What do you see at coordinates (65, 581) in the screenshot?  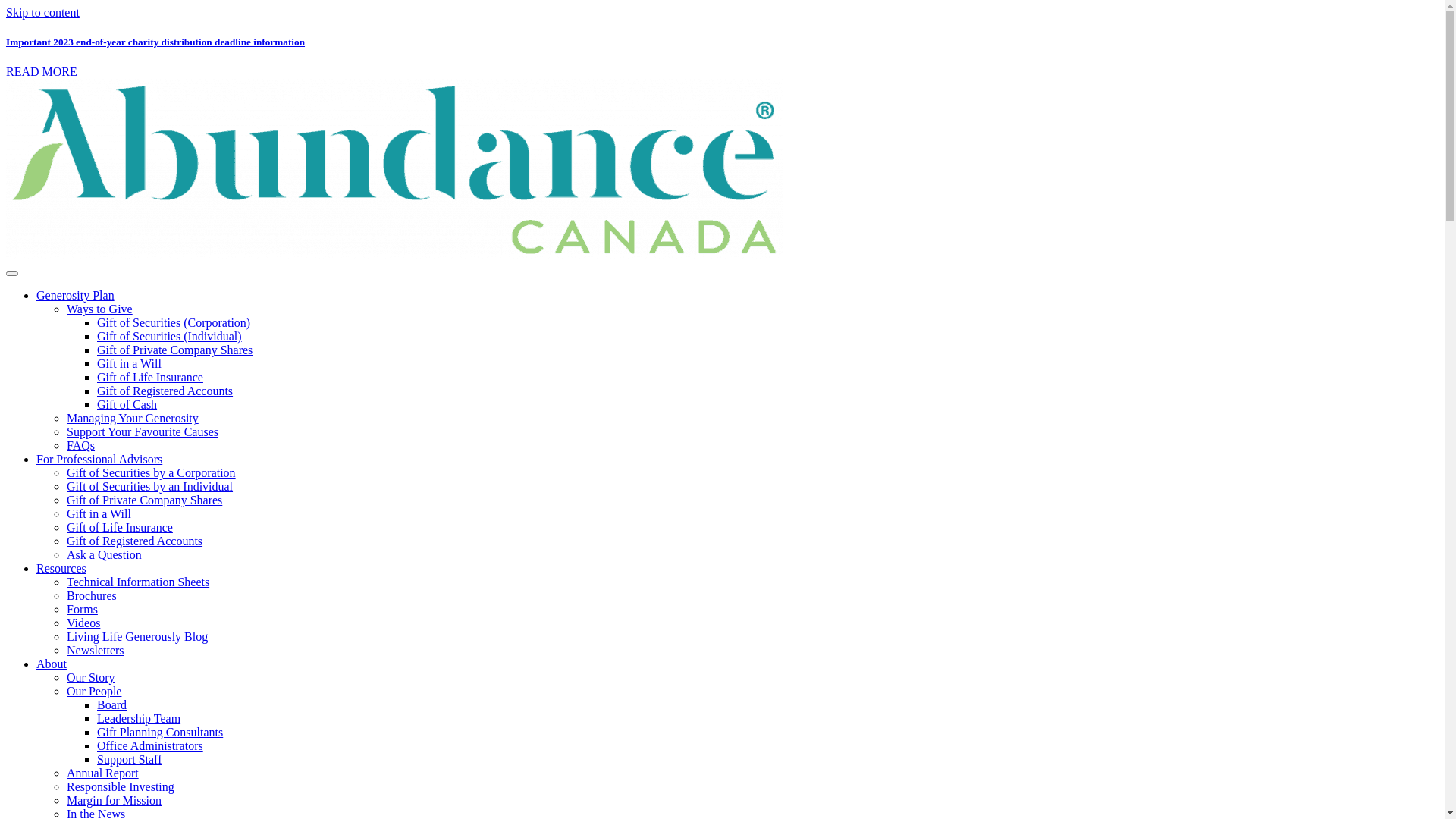 I see `'Technical Information Sheets'` at bounding box center [65, 581].